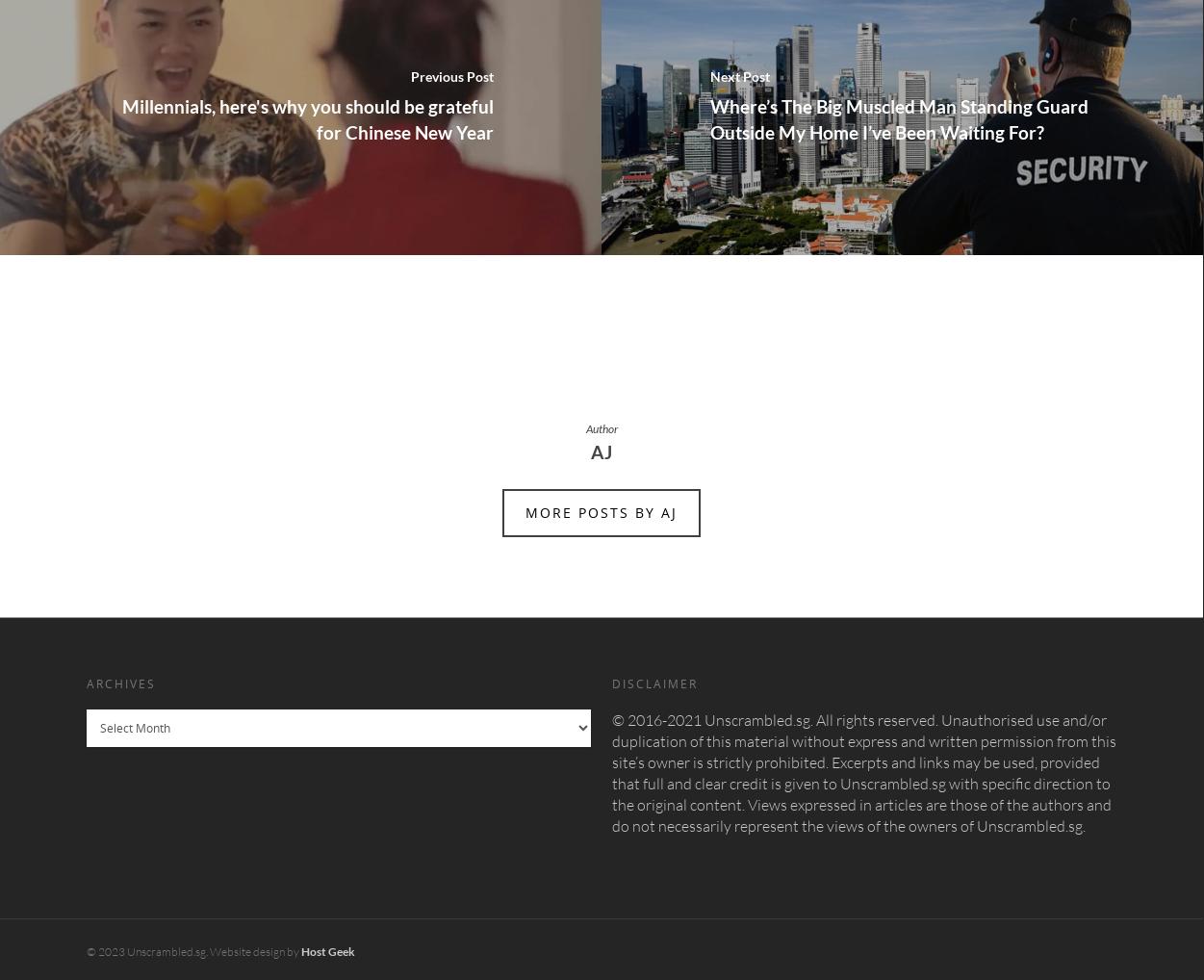  I want to click on 'Disclaimer', so click(653, 683).